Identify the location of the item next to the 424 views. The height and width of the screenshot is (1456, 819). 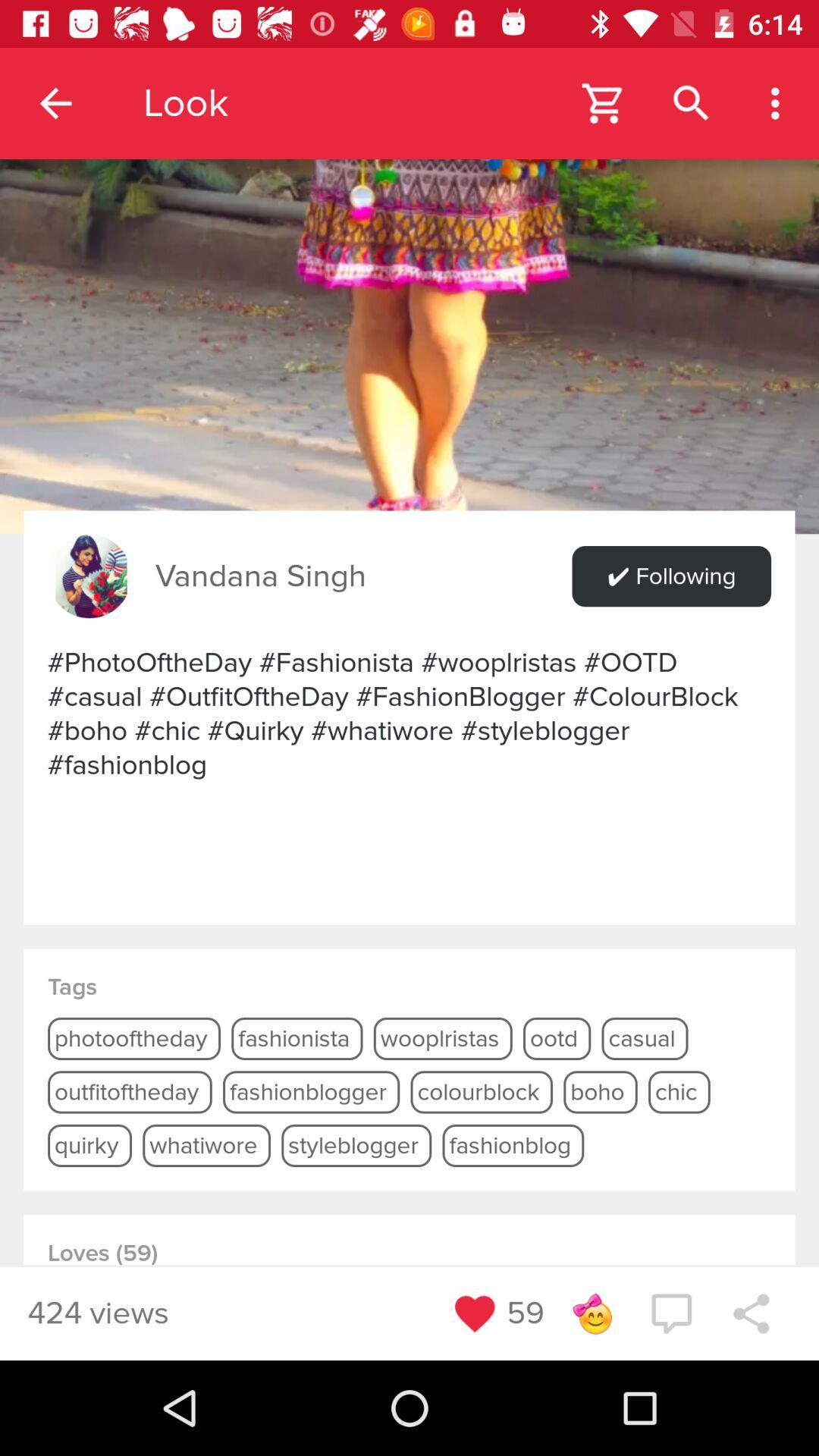
(474, 1313).